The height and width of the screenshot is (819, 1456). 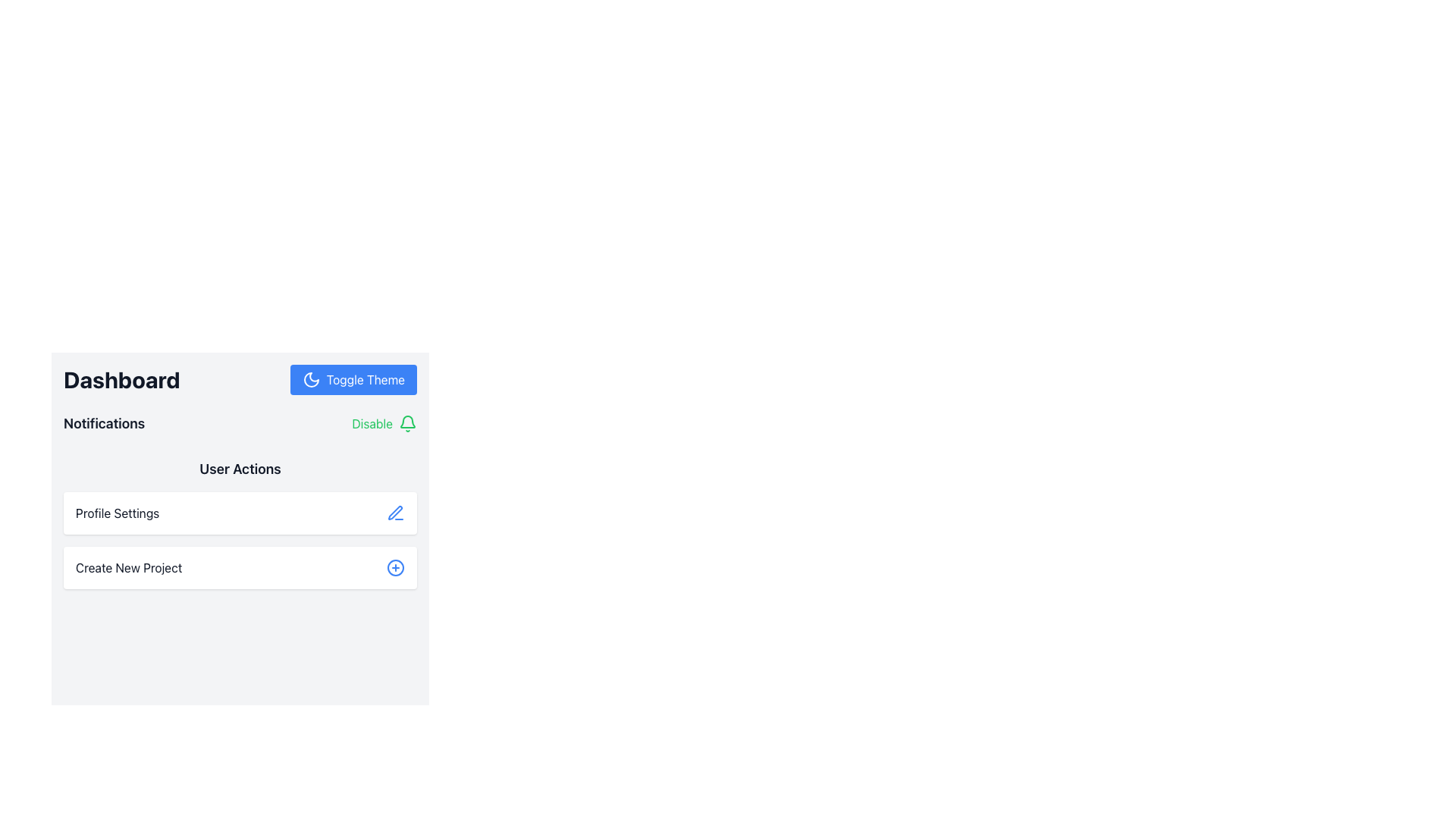 What do you see at coordinates (407, 424) in the screenshot?
I see `the notification icon located near the top-right corner of the widget section, adjacent to the 'Disable' text label` at bounding box center [407, 424].